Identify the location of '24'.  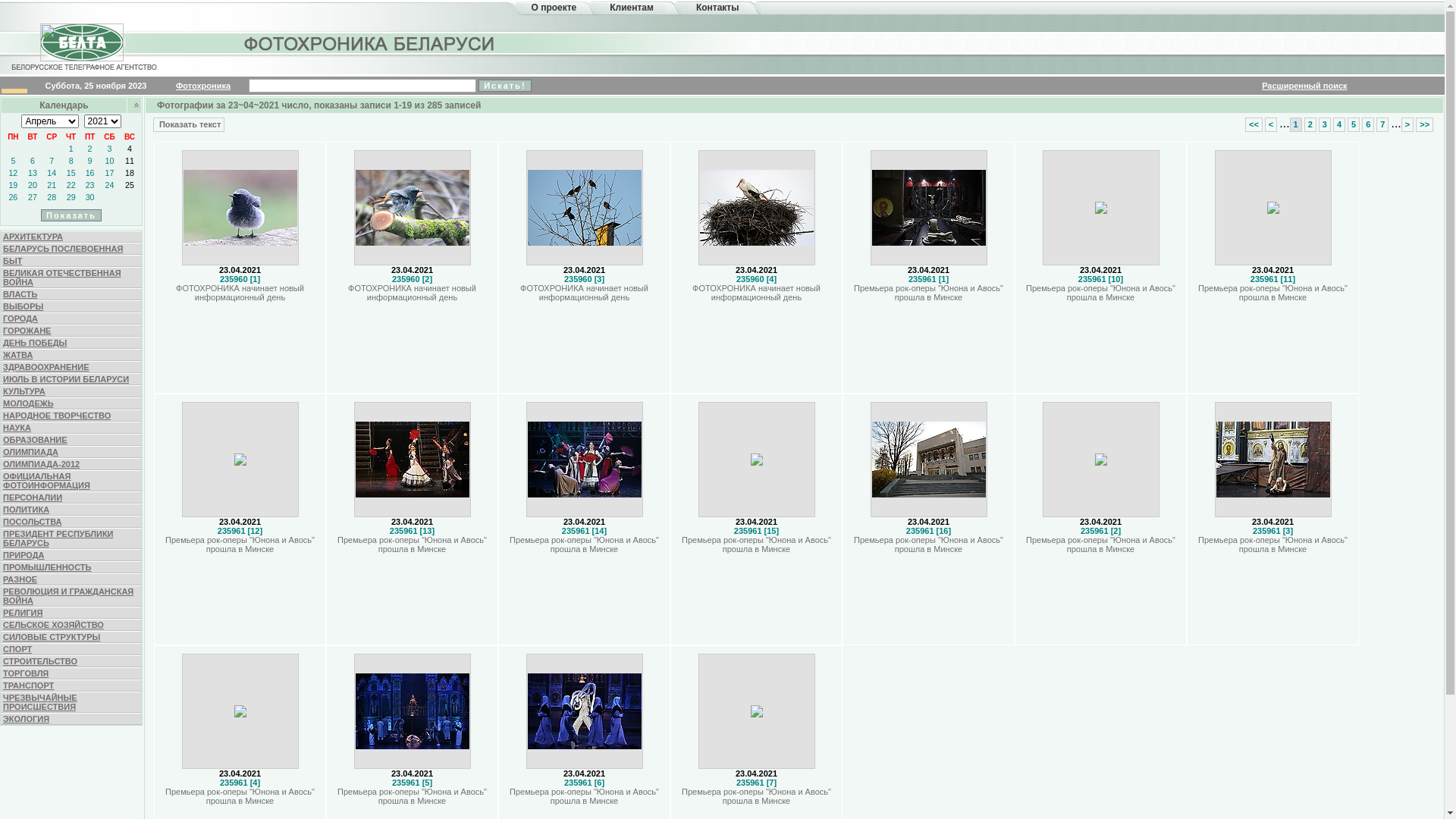
(108, 184).